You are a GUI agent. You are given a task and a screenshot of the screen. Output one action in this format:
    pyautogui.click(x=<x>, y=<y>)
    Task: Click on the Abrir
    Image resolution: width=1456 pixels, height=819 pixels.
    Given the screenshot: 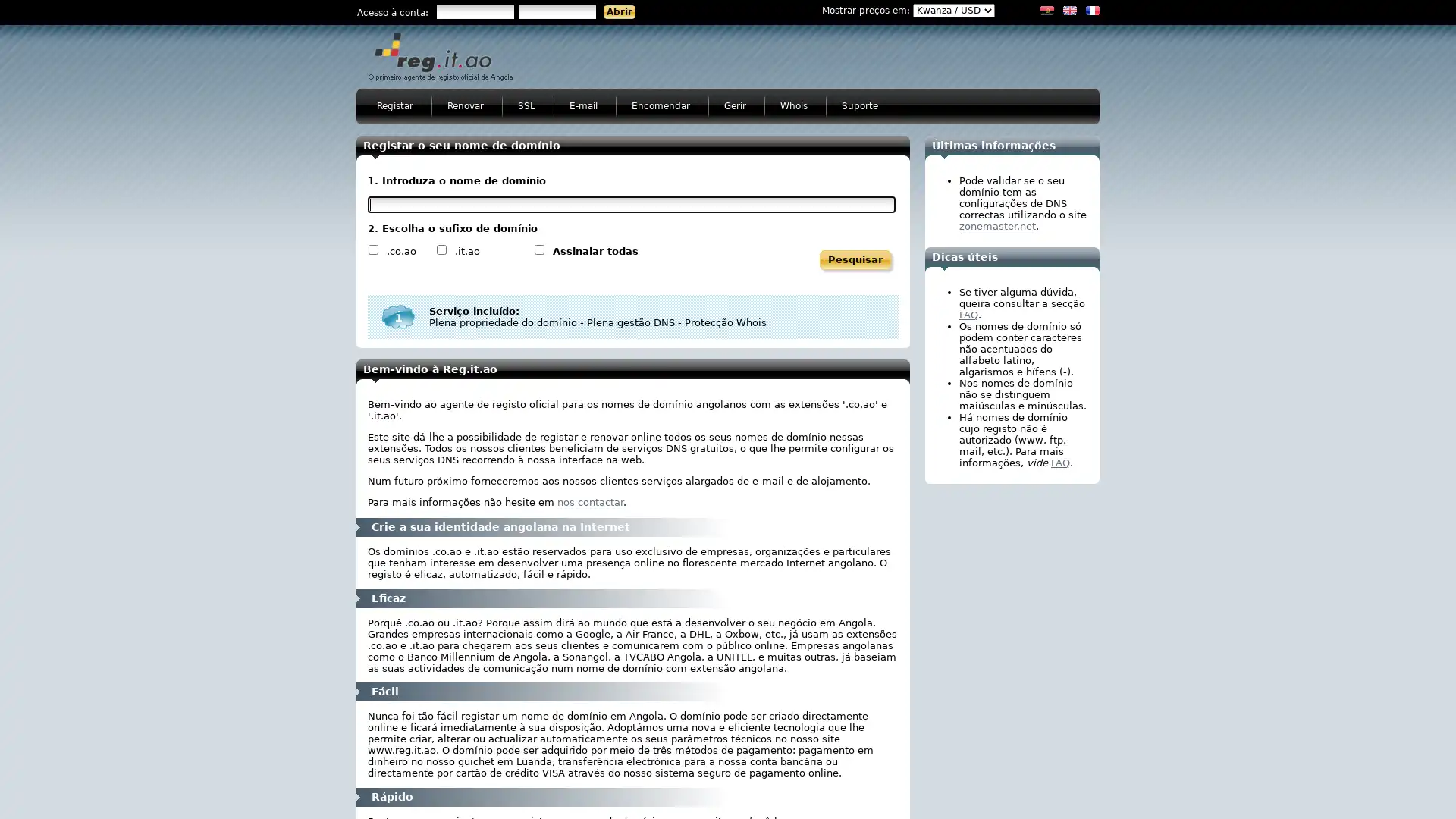 What is the action you would take?
    pyautogui.click(x=619, y=11)
    